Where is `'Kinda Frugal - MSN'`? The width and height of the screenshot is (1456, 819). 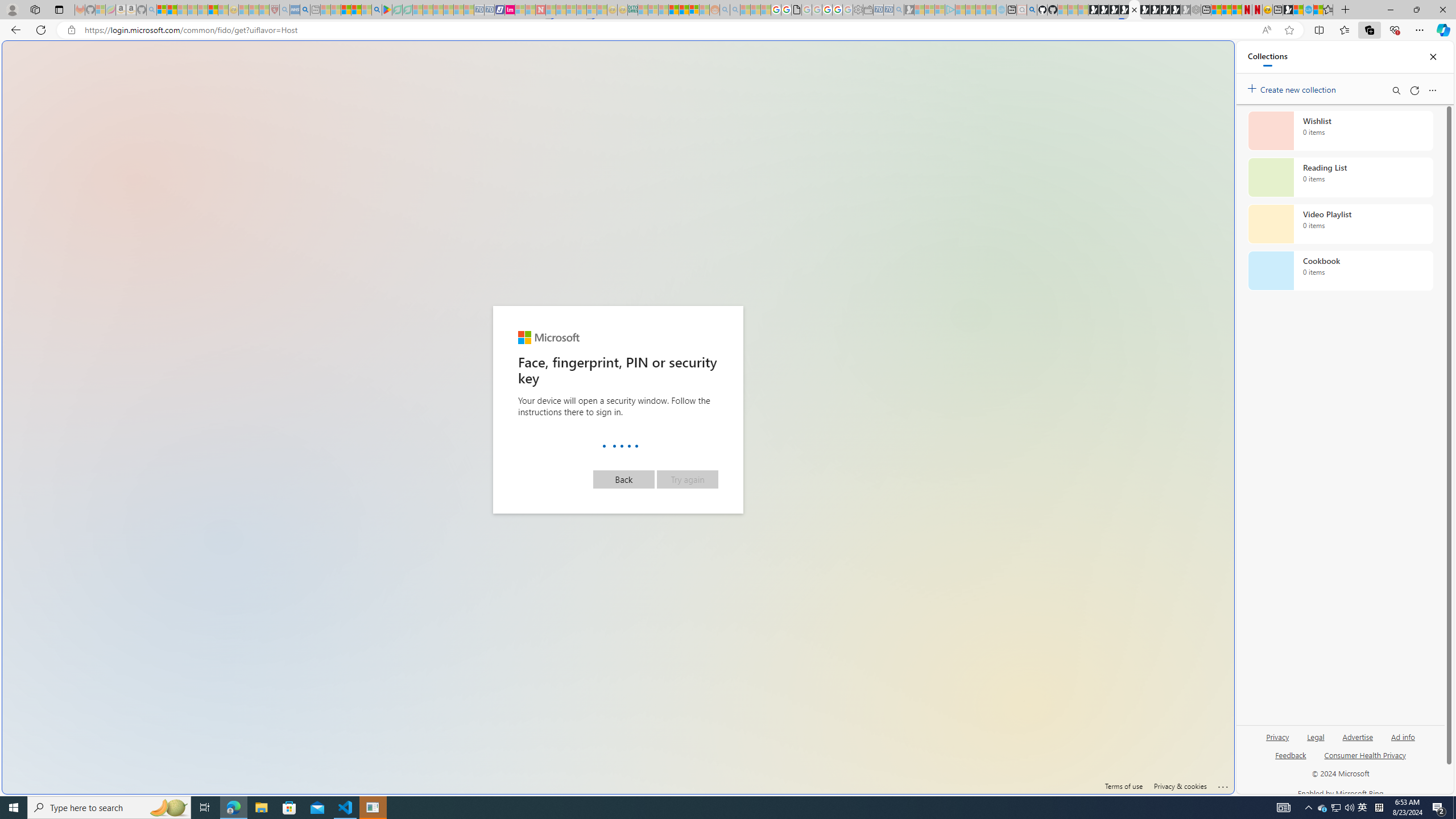 'Kinda Frugal - MSN' is located at coordinates (684, 9).